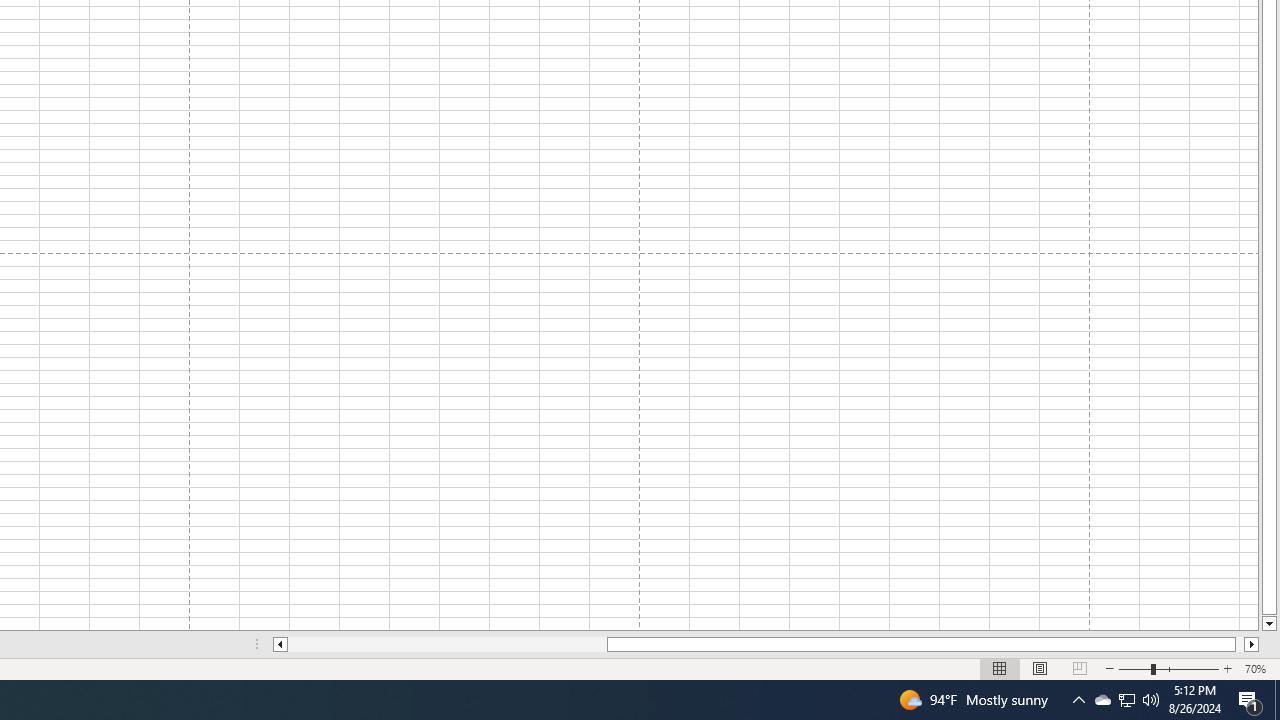 This screenshot has width=1280, height=720. What do you see at coordinates (278, 644) in the screenshot?
I see `'Column left'` at bounding box center [278, 644].